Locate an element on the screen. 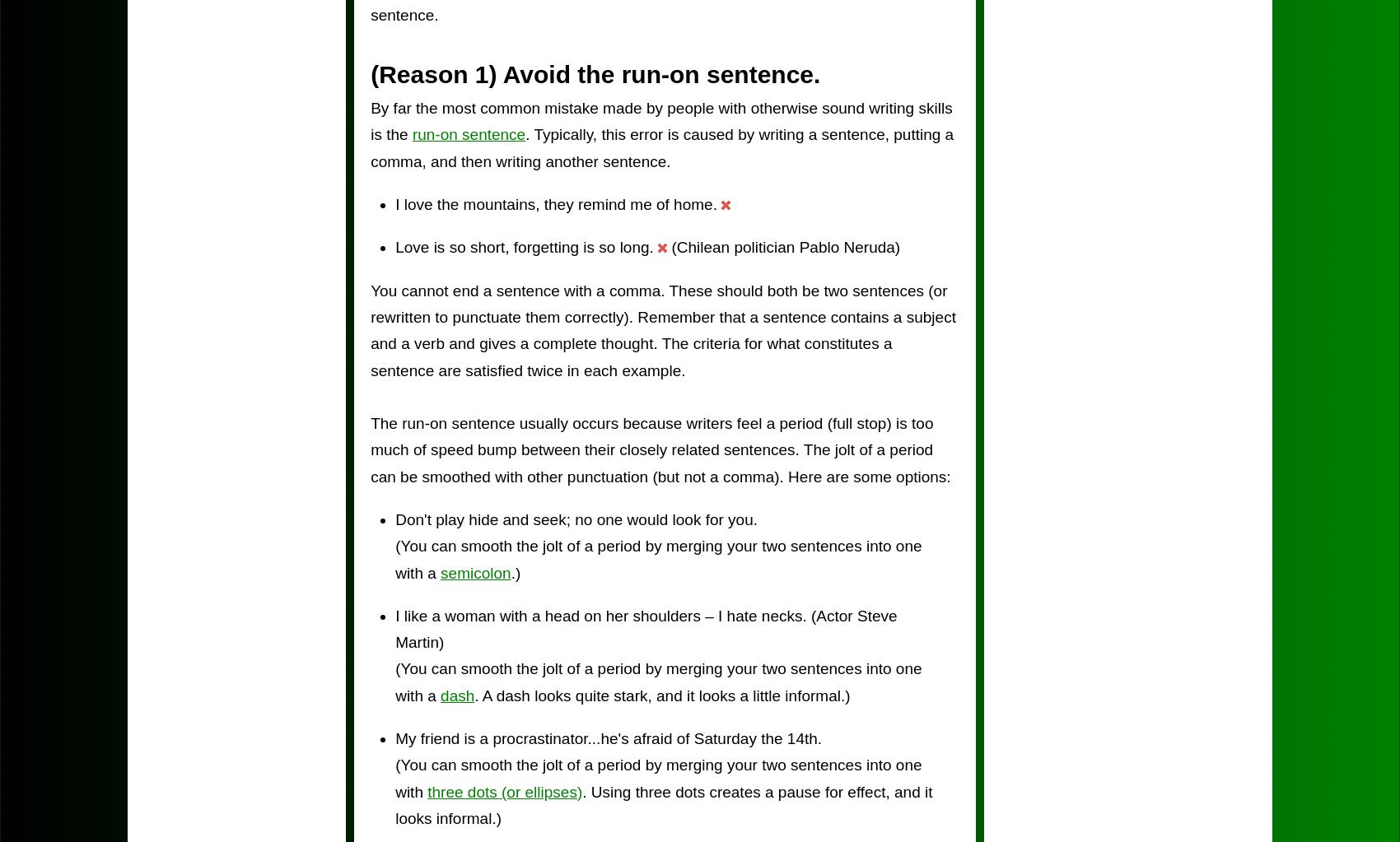  'run-on sentence' is located at coordinates (467, 134).